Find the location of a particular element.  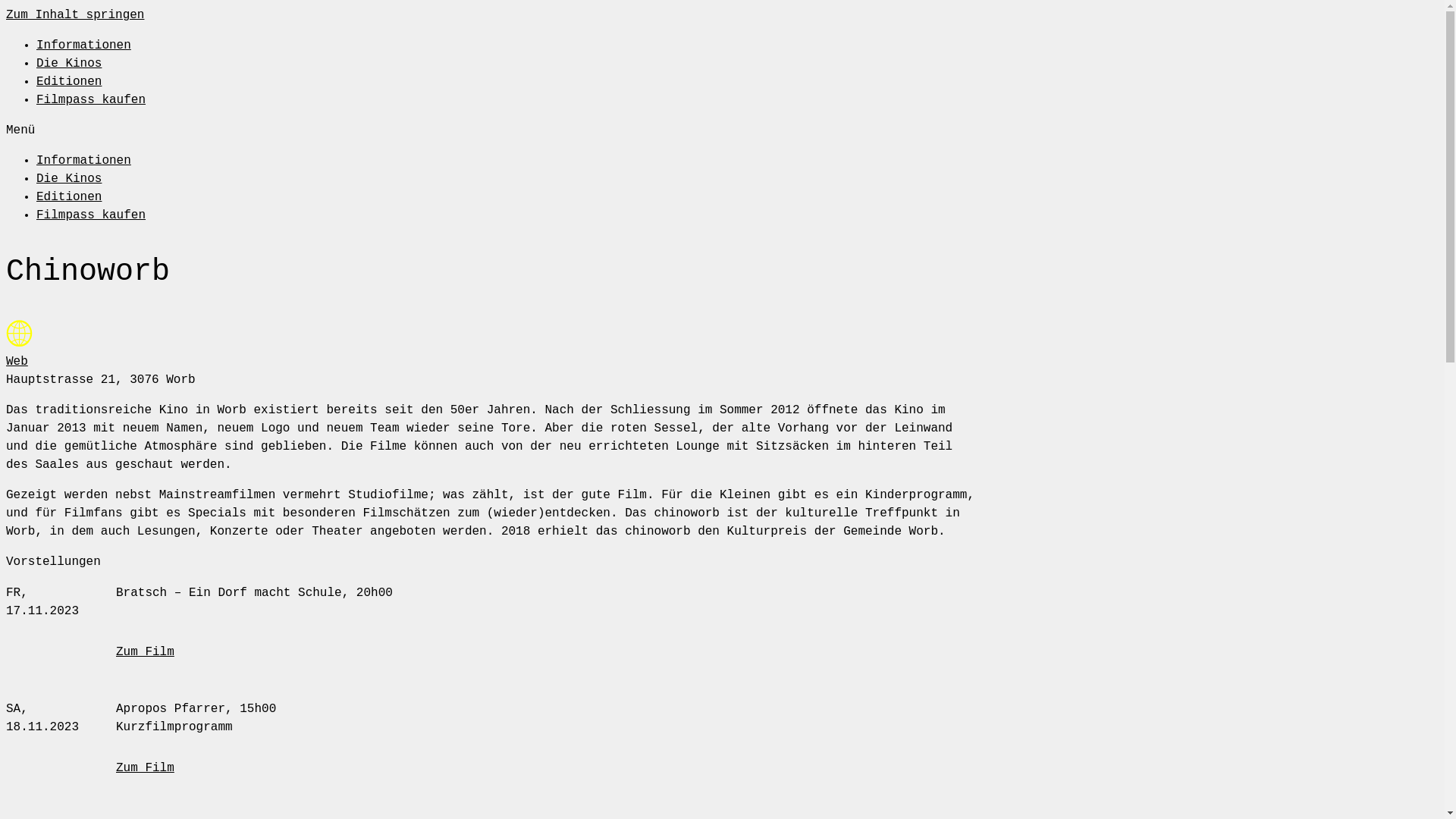

'Informationen' is located at coordinates (83, 161).